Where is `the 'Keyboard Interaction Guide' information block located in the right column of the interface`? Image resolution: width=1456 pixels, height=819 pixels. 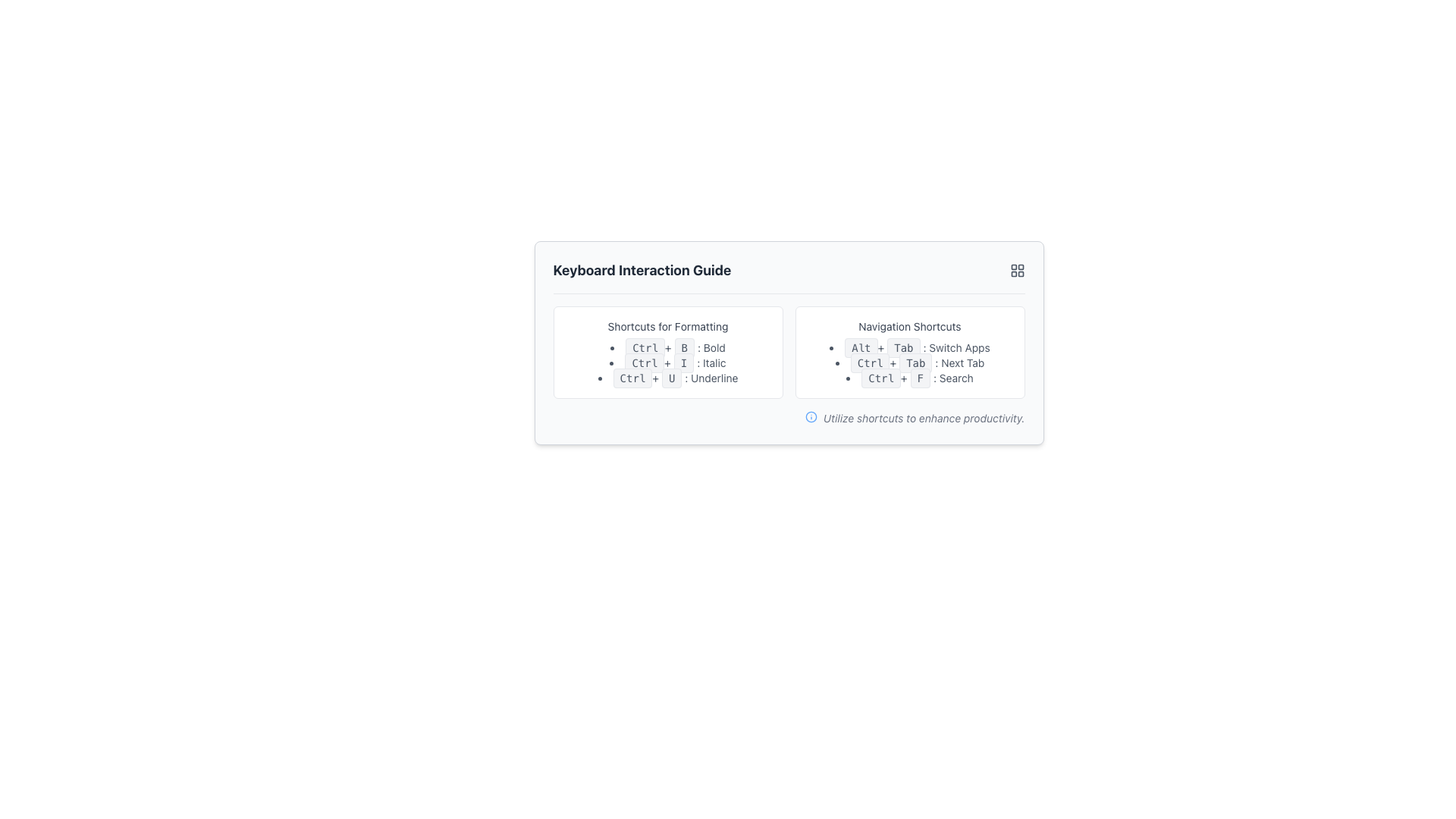 the 'Keyboard Interaction Guide' information block located in the right column of the interface is located at coordinates (910, 353).